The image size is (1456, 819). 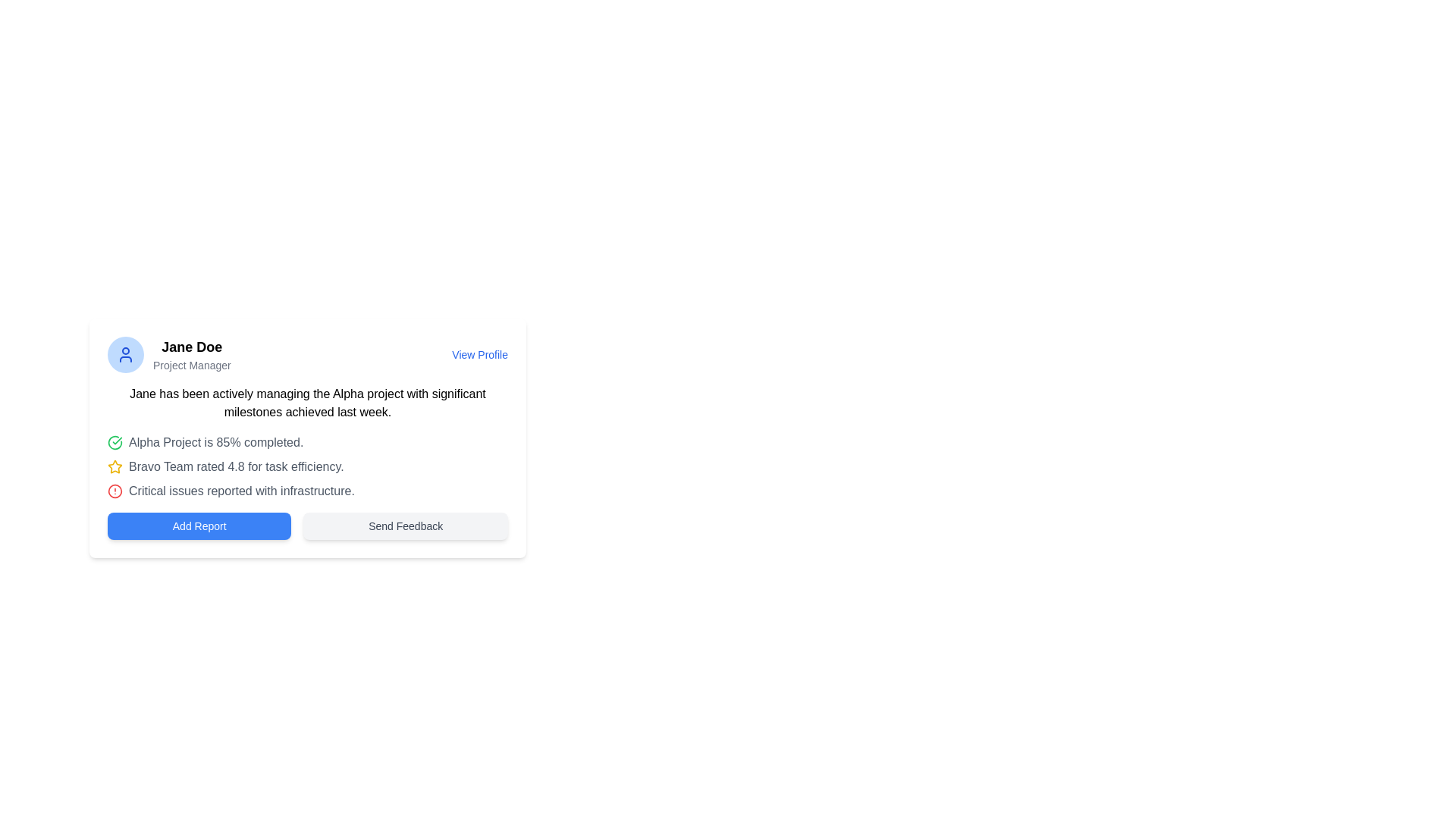 What do you see at coordinates (307, 466) in the screenshot?
I see `information from the informative row containing a yellow star icon and the text 'Bravo Team rated 4.8 for task efficiency.'` at bounding box center [307, 466].